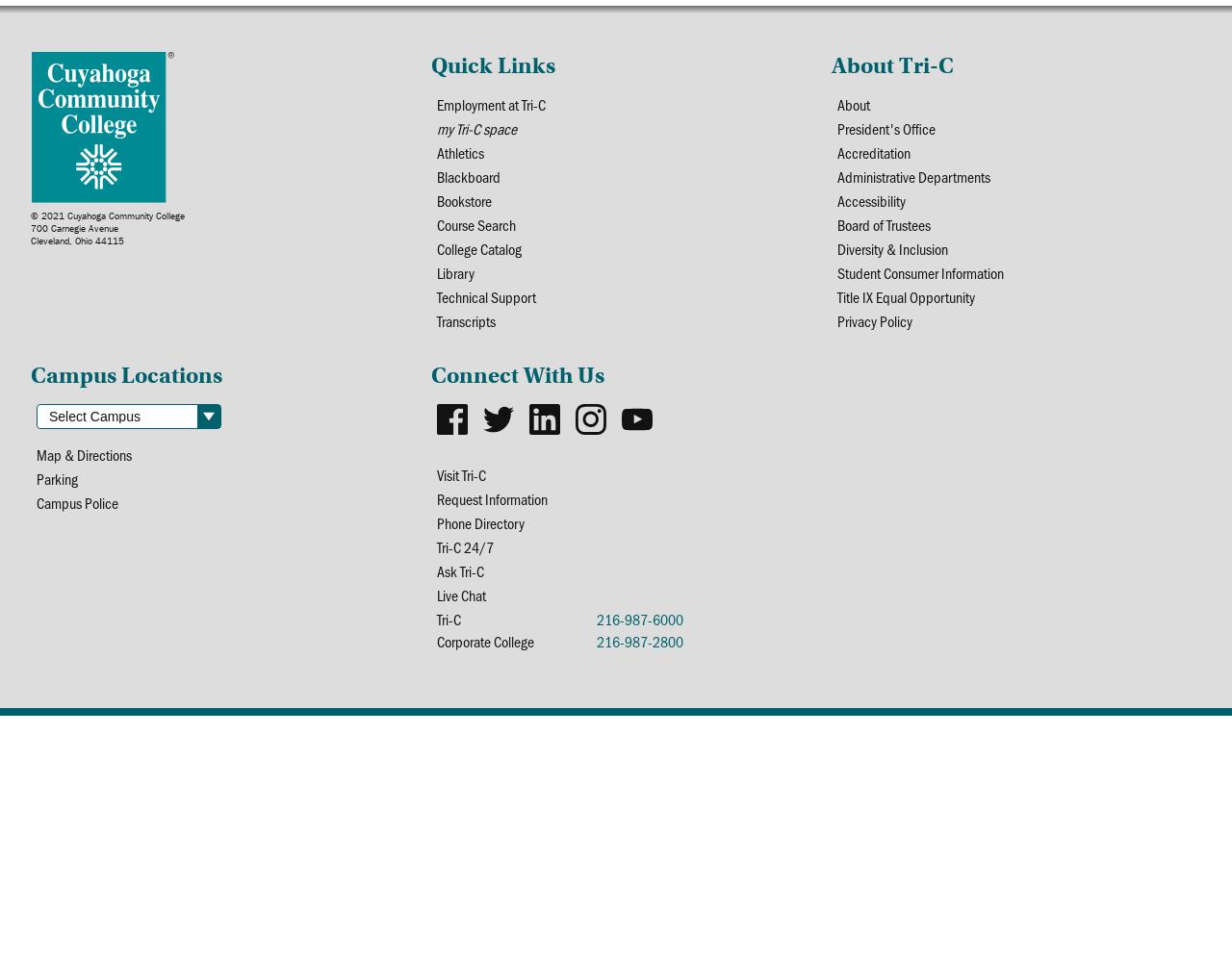  I want to click on 'Bookstore', so click(434, 199).